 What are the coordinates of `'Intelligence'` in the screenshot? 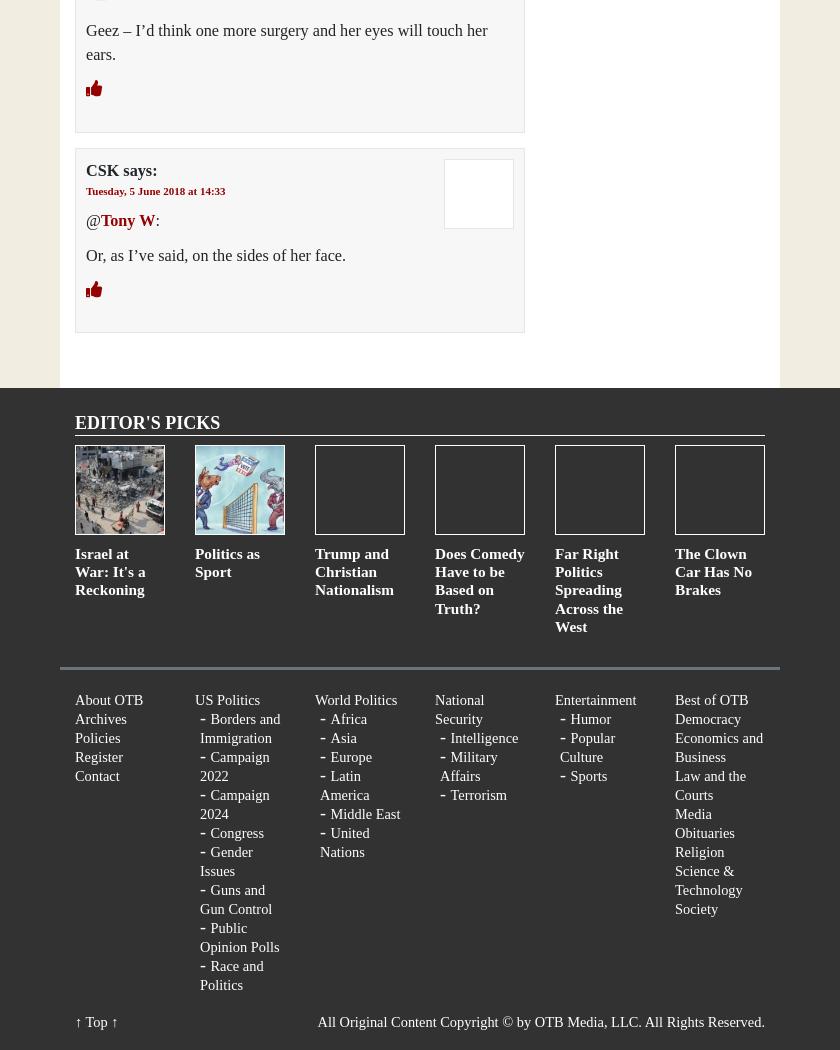 It's located at (483, 735).